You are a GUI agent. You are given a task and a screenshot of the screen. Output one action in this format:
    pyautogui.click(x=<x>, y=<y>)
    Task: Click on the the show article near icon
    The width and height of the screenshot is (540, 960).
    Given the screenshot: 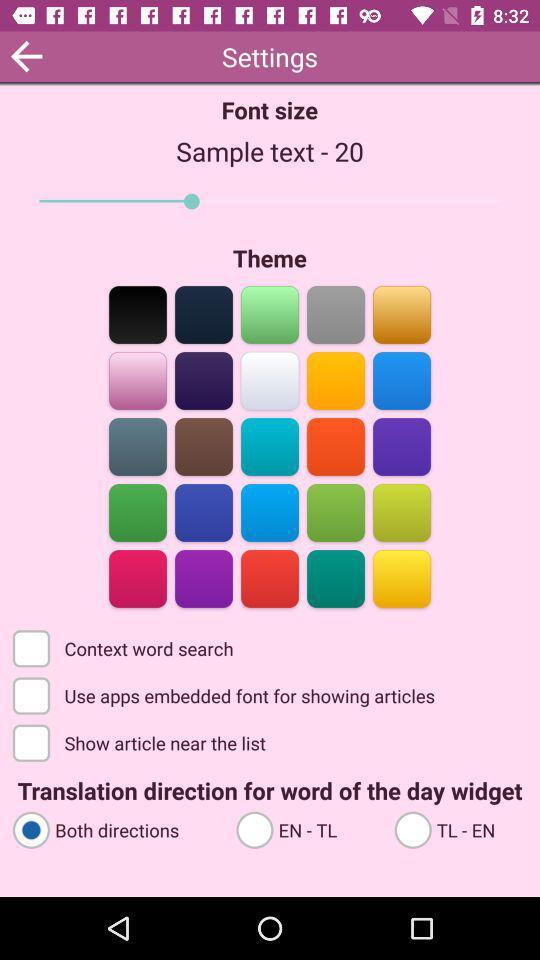 What is the action you would take?
    pyautogui.click(x=140, y=741)
    